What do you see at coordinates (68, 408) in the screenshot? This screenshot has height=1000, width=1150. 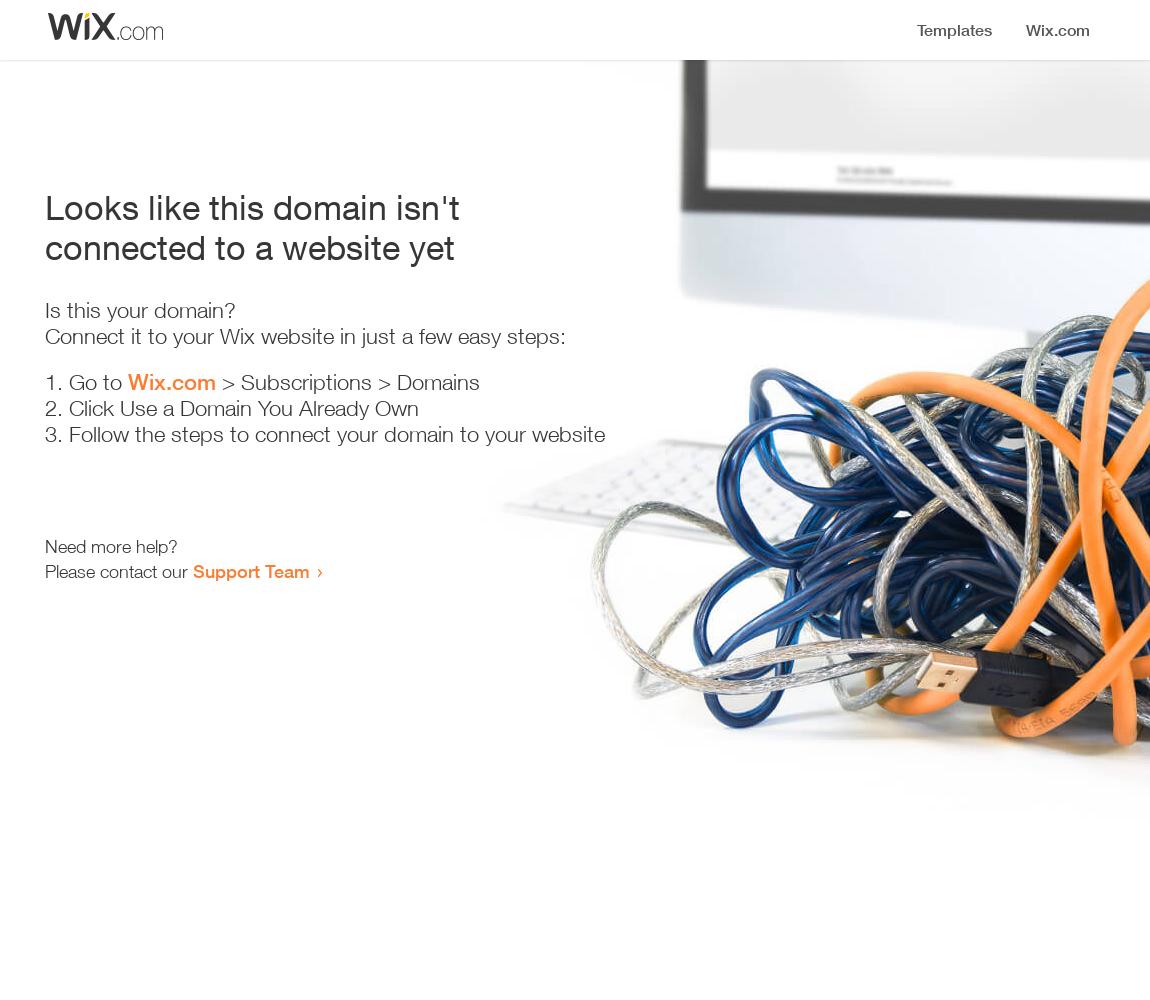 I see `'Click Use a Domain You Already Own'` at bounding box center [68, 408].